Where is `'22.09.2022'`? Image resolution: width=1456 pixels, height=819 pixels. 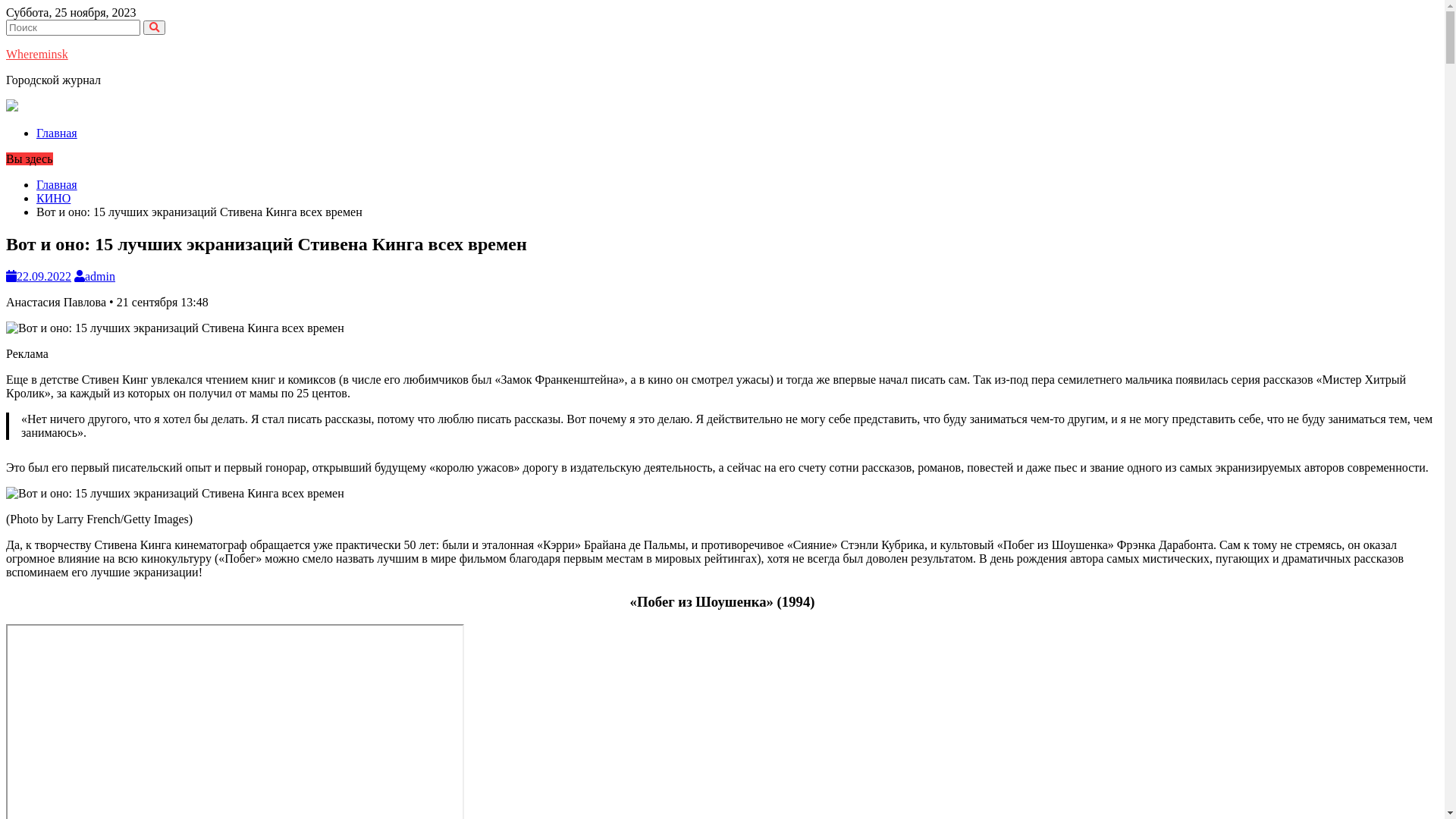
'22.09.2022' is located at coordinates (6, 276).